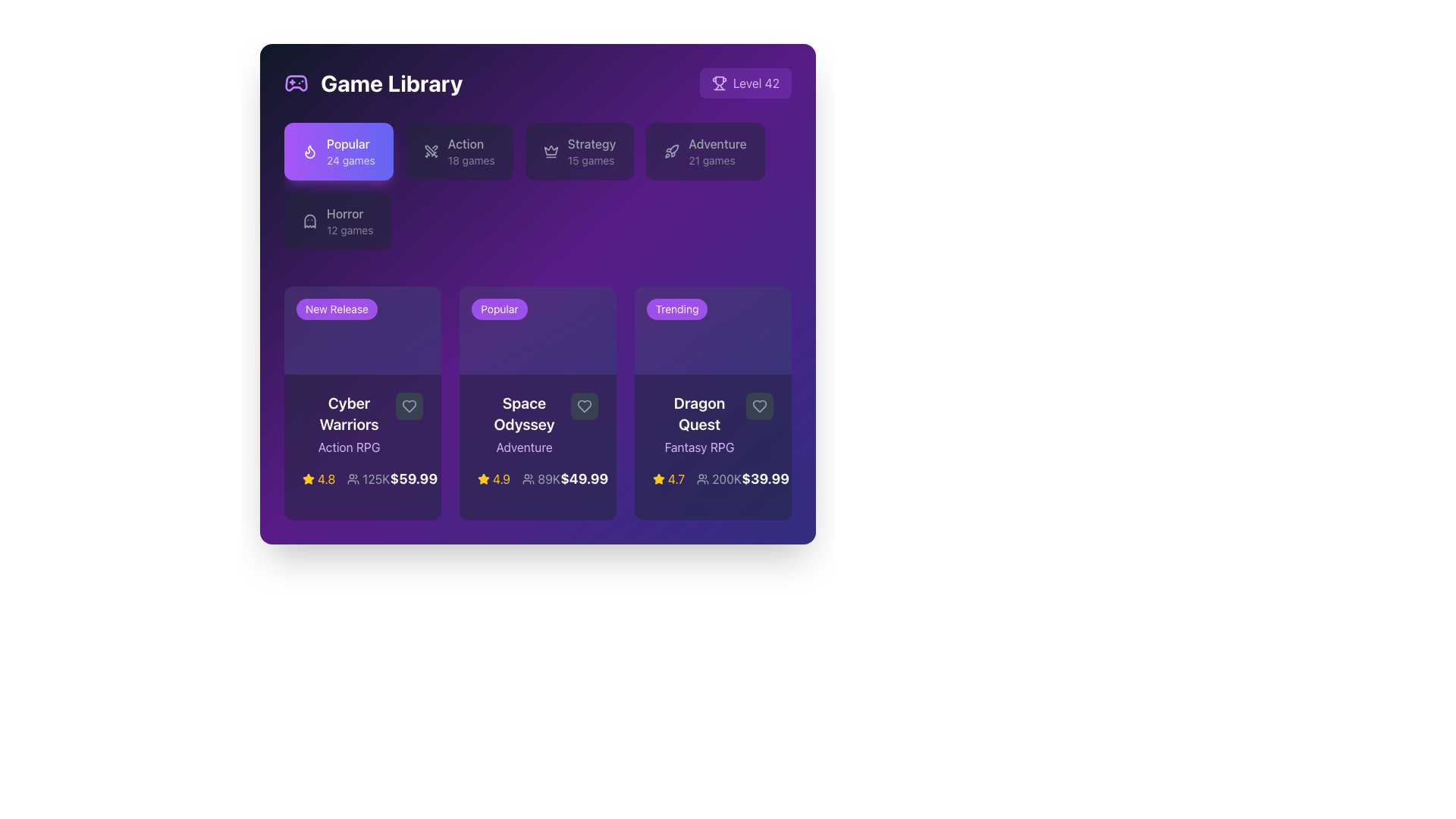 This screenshot has height=819, width=1456. Describe the element at coordinates (348, 447) in the screenshot. I see `the static text label displaying 'Action RPG' in purple, located beneath the title 'Cyber Warriors' within the first game card in the game library grid` at that location.